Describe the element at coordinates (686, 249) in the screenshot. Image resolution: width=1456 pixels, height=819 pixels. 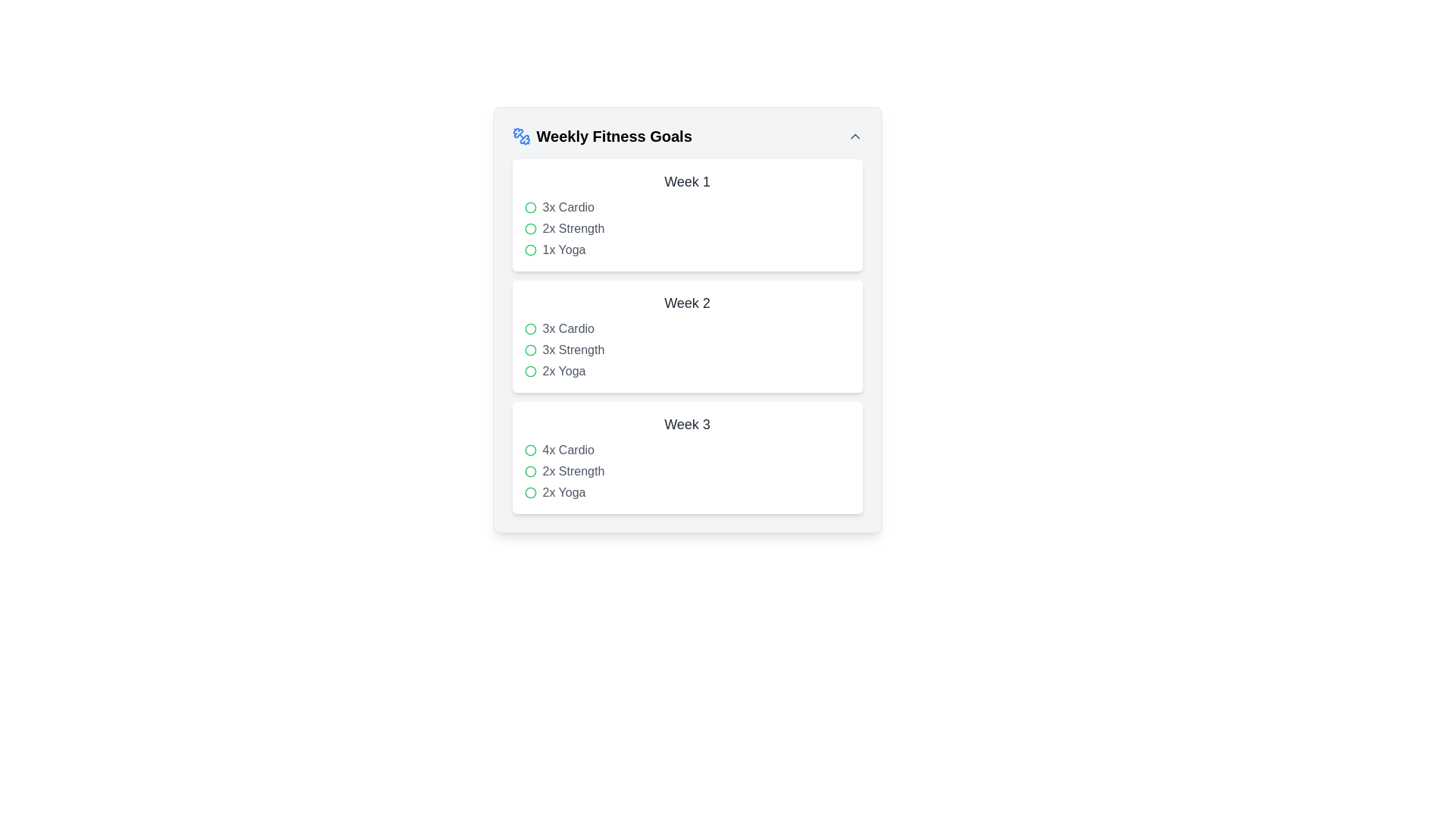
I see `the List Item with Icon and Text representing a yoga session within the week to view more details` at that location.